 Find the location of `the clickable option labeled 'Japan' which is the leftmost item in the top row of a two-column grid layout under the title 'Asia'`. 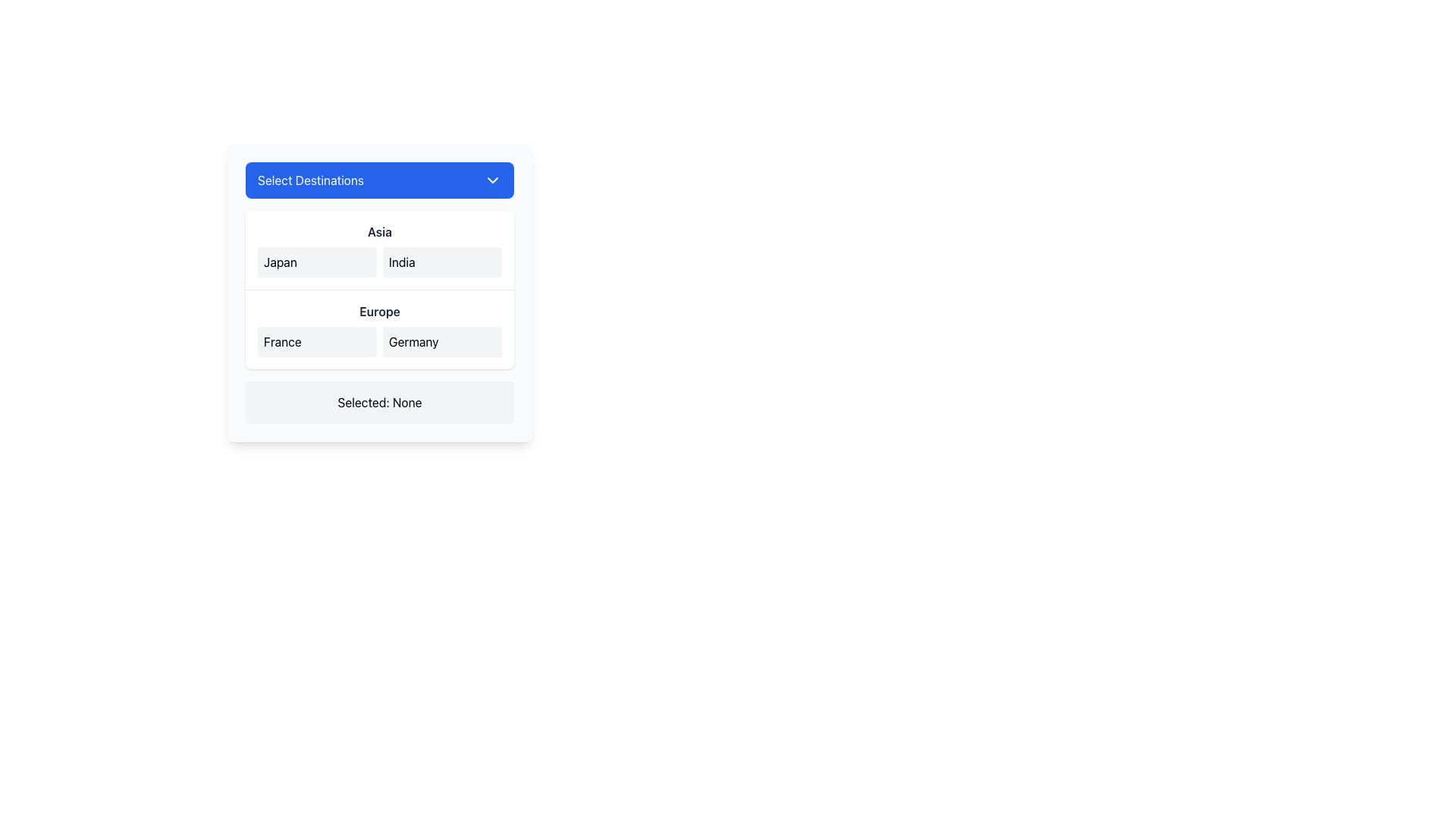

the clickable option labeled 'Japan' which is the leftmost item in the top row of a two-column grid layout under the title 'Asia' is located at coordinates (316, 262).